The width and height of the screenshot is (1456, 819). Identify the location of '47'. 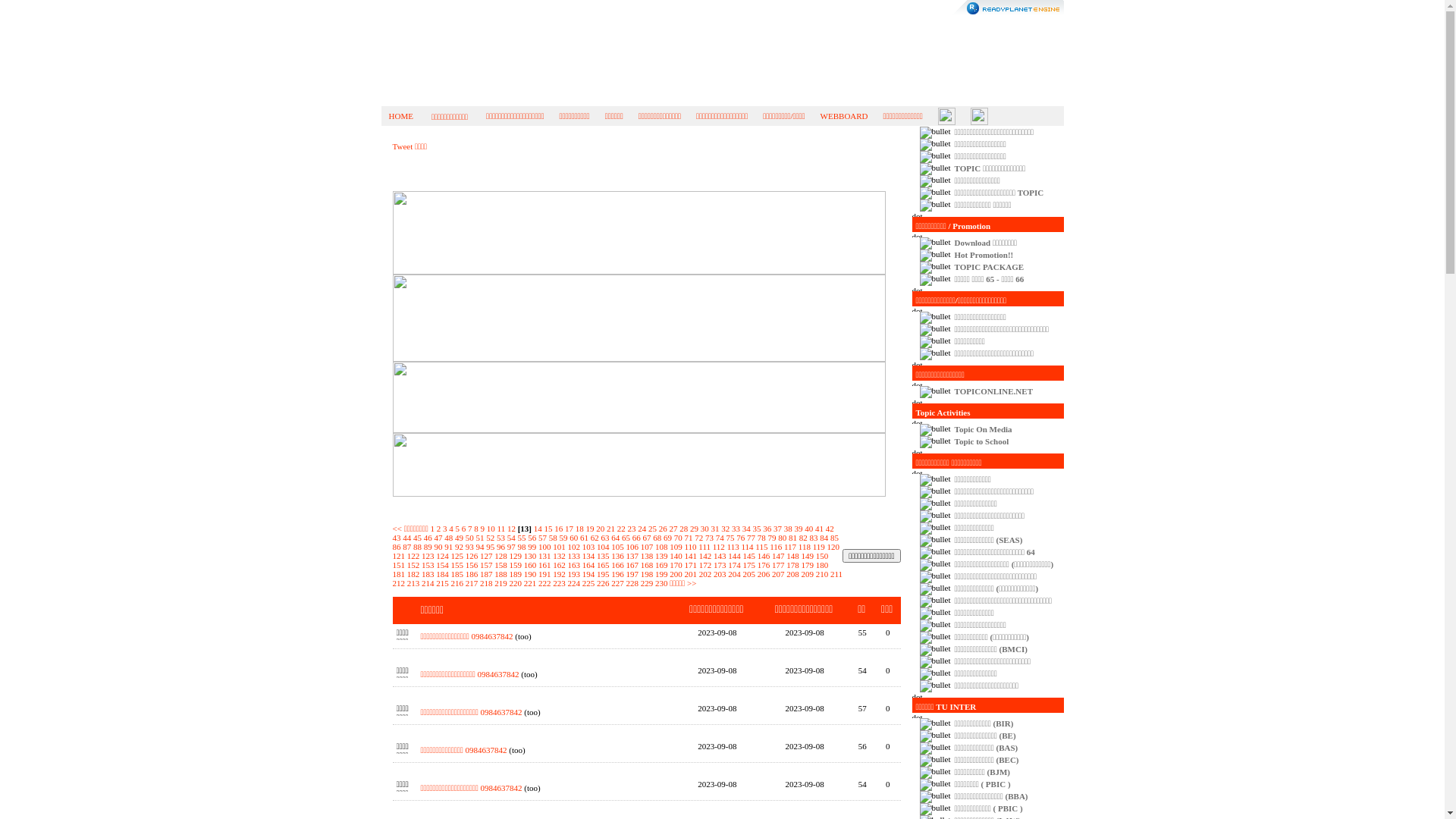
(432, 537).